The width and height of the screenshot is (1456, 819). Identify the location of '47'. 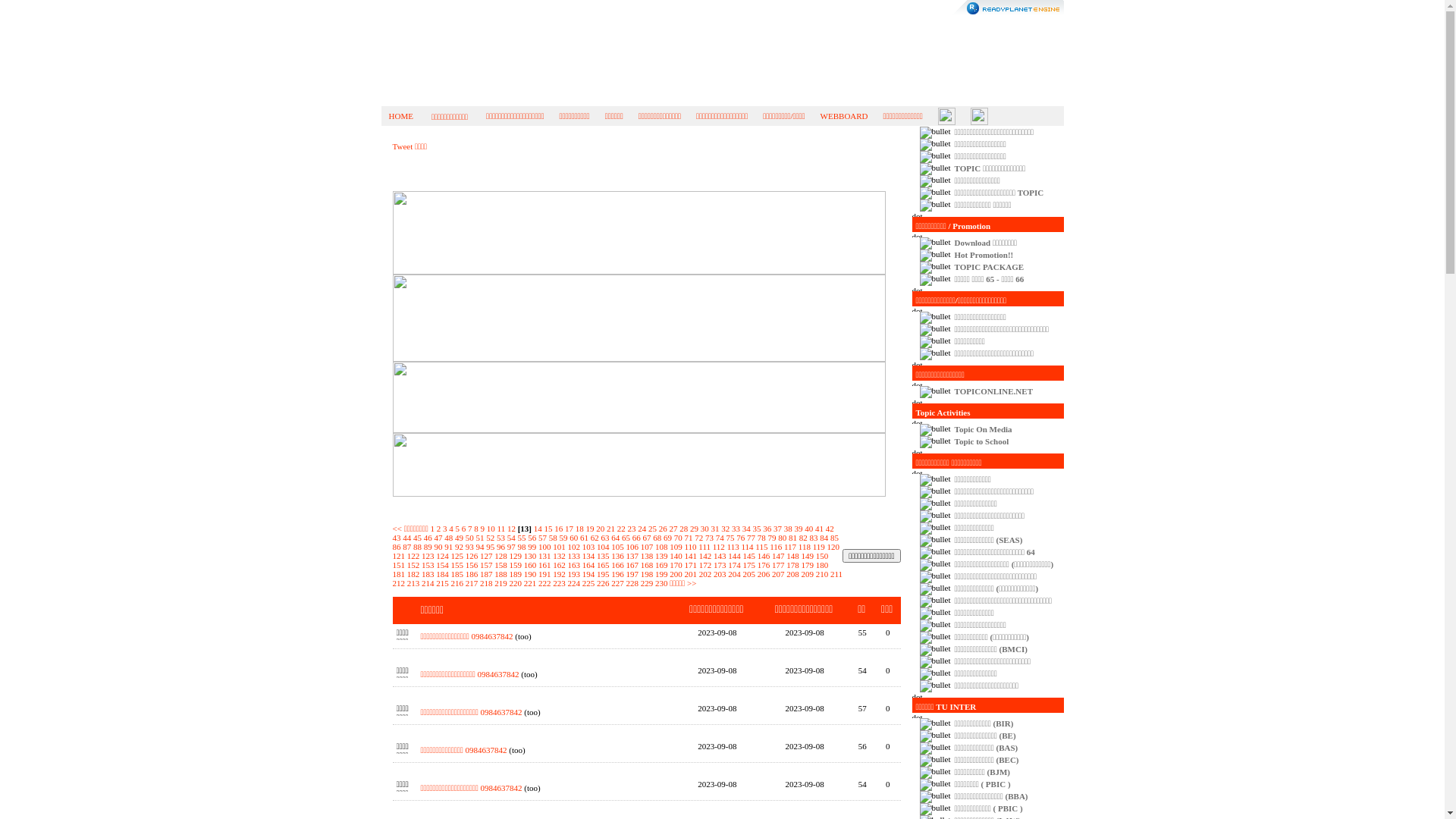
(432, 537).